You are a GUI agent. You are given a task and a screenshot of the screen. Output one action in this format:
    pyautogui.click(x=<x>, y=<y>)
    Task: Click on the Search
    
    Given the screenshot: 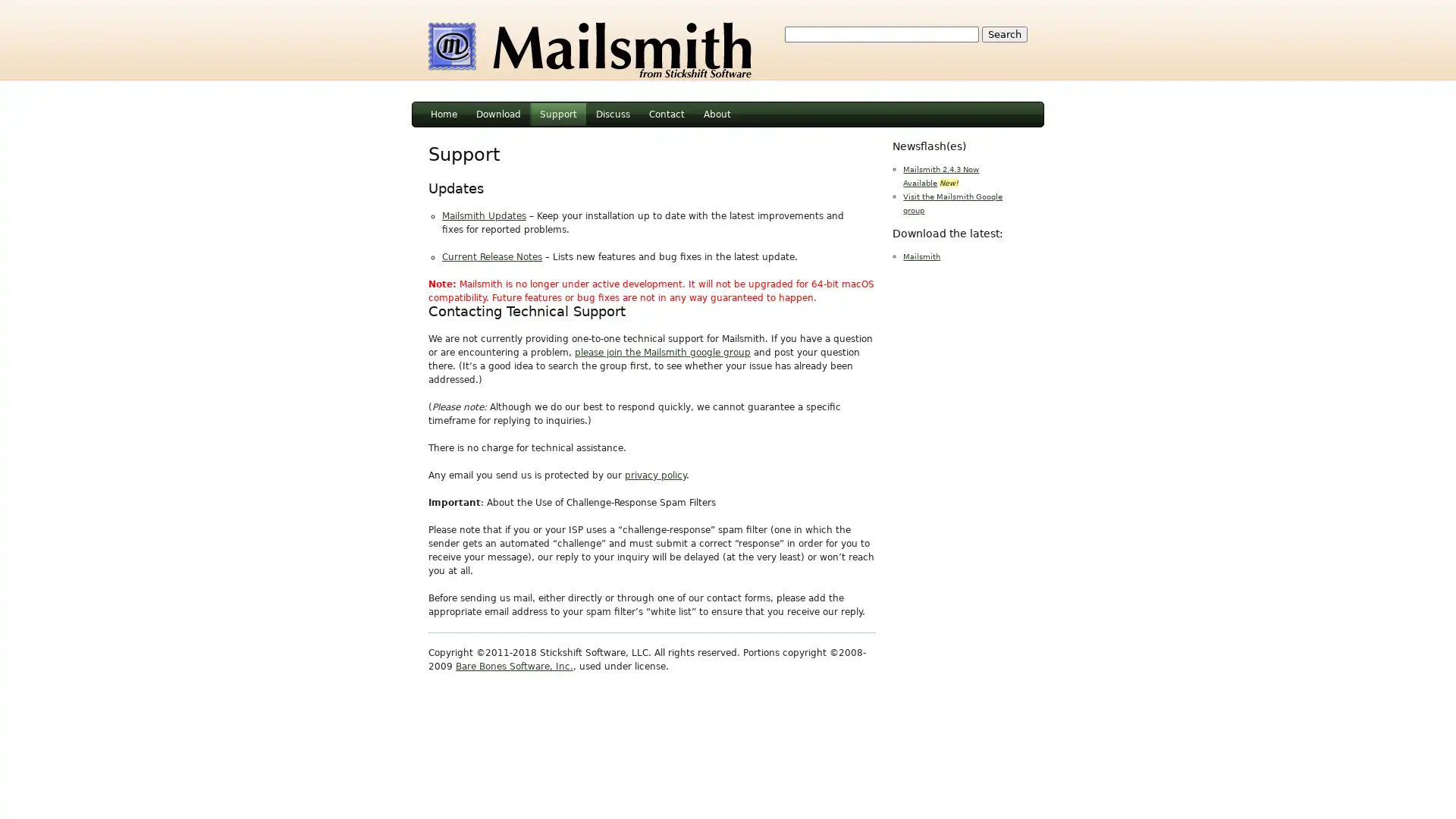 What is the action you would take?
    pyautogui.click(x=1004, y=34)
    